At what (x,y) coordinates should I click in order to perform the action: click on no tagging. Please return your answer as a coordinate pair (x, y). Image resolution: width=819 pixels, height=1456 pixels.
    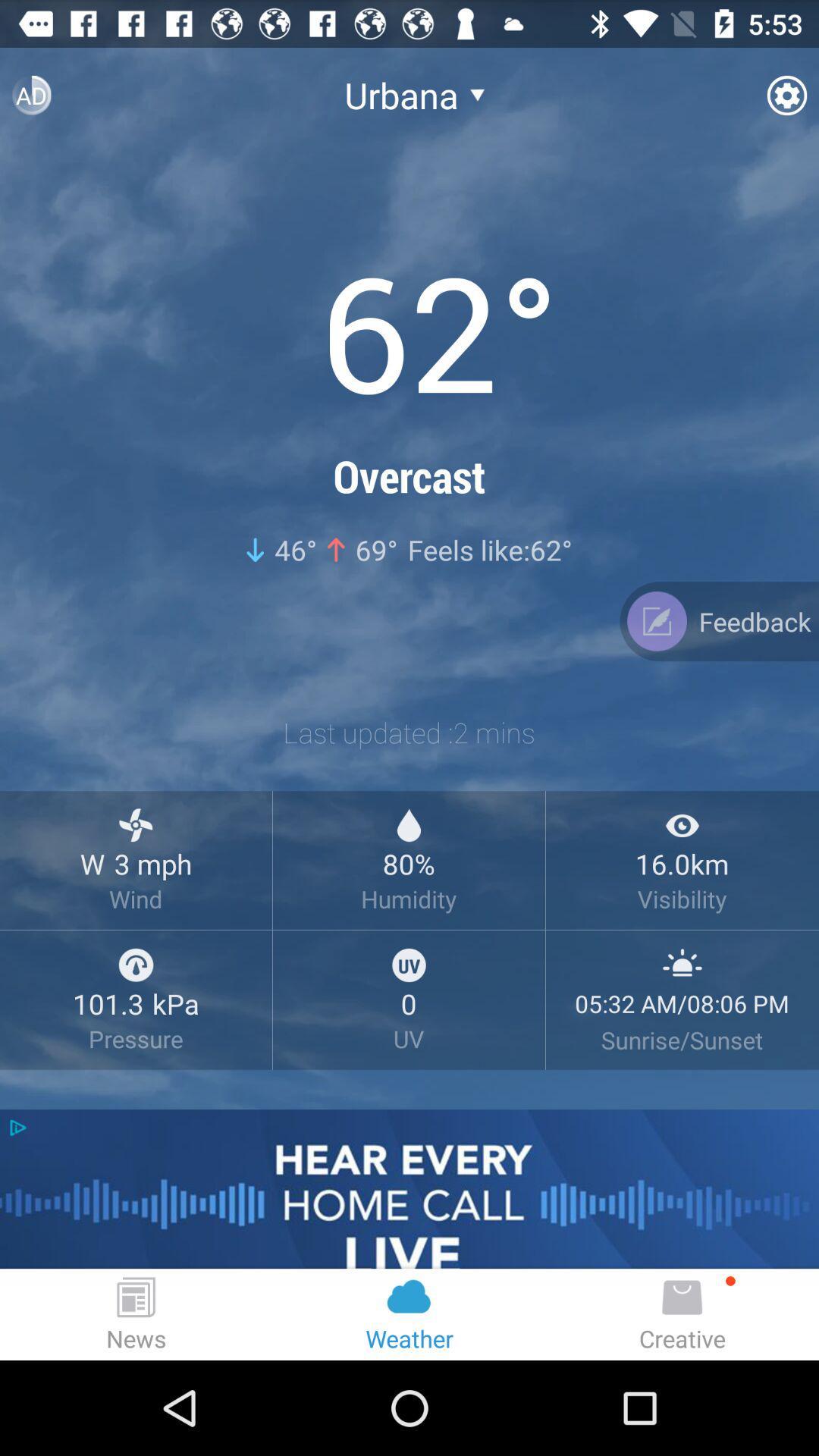
    Looking at the image, I should click on (409, 929).